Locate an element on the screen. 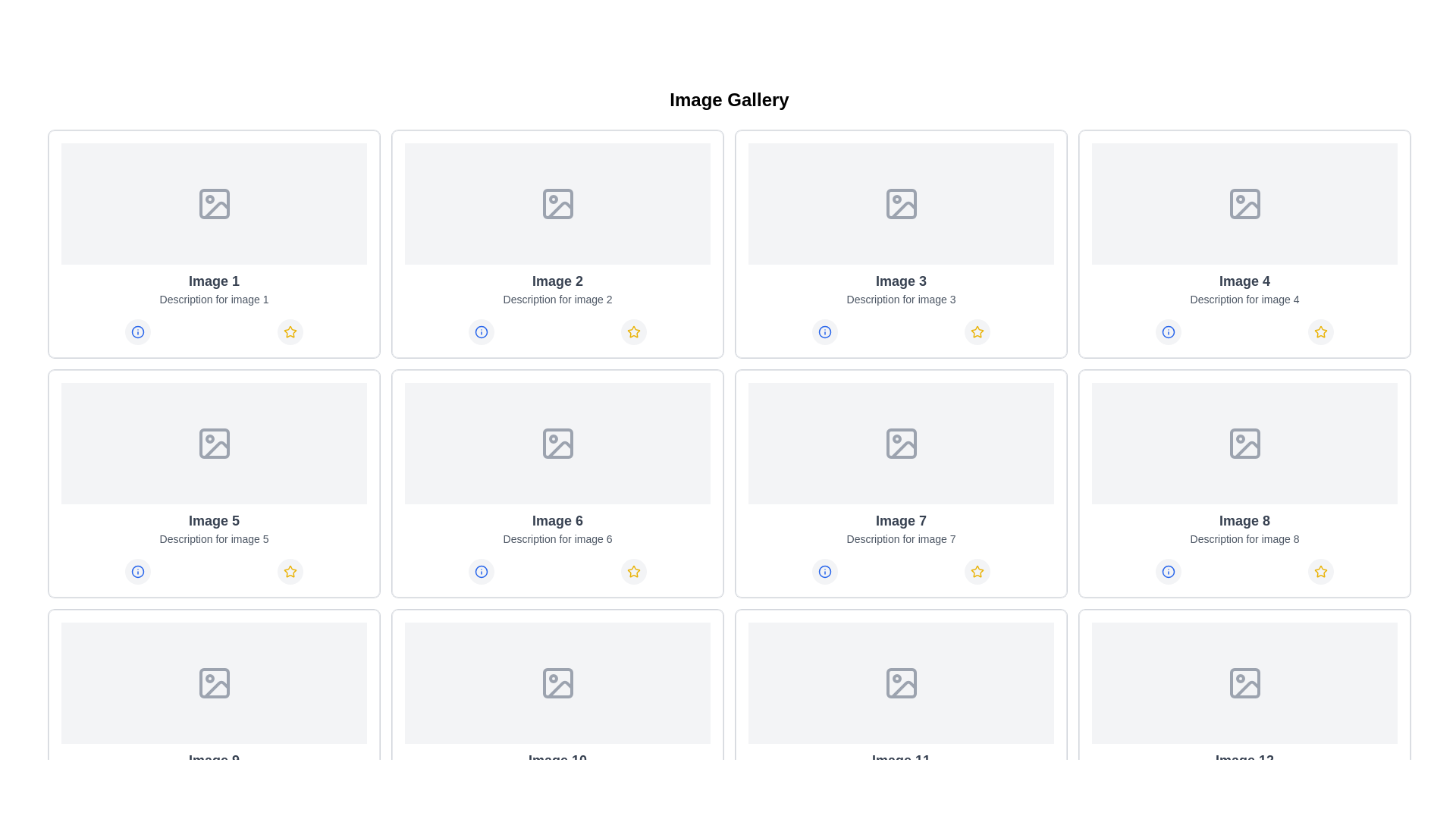 This screenshot has width=1456, height=819. the graphical icon component located in the sixth image slot of the gallery, which has a rectangular shape with rounded corners is located at coordinates (557, 444).